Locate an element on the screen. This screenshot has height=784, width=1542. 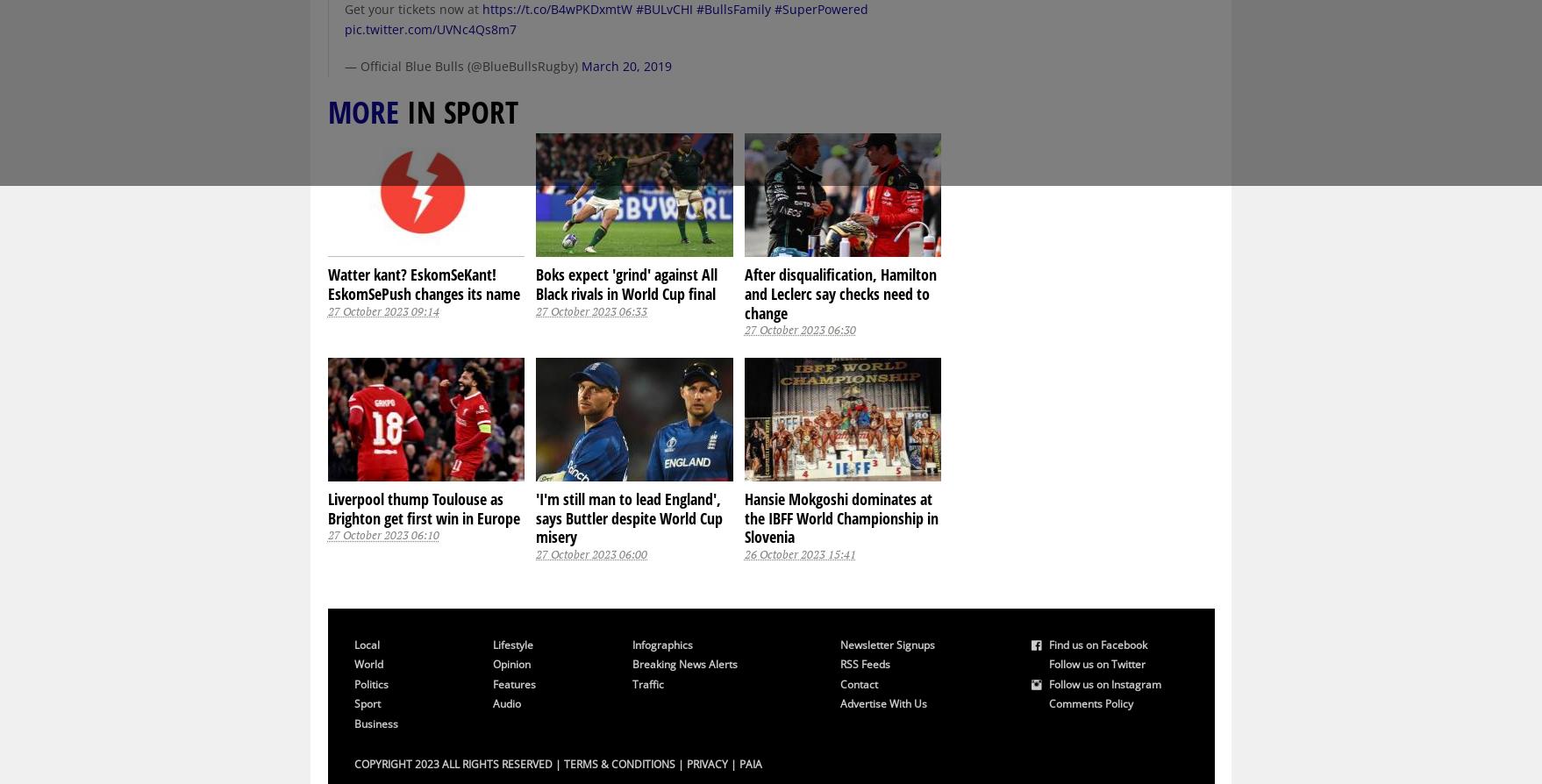
'Features' is located at coordinates (514, 682).